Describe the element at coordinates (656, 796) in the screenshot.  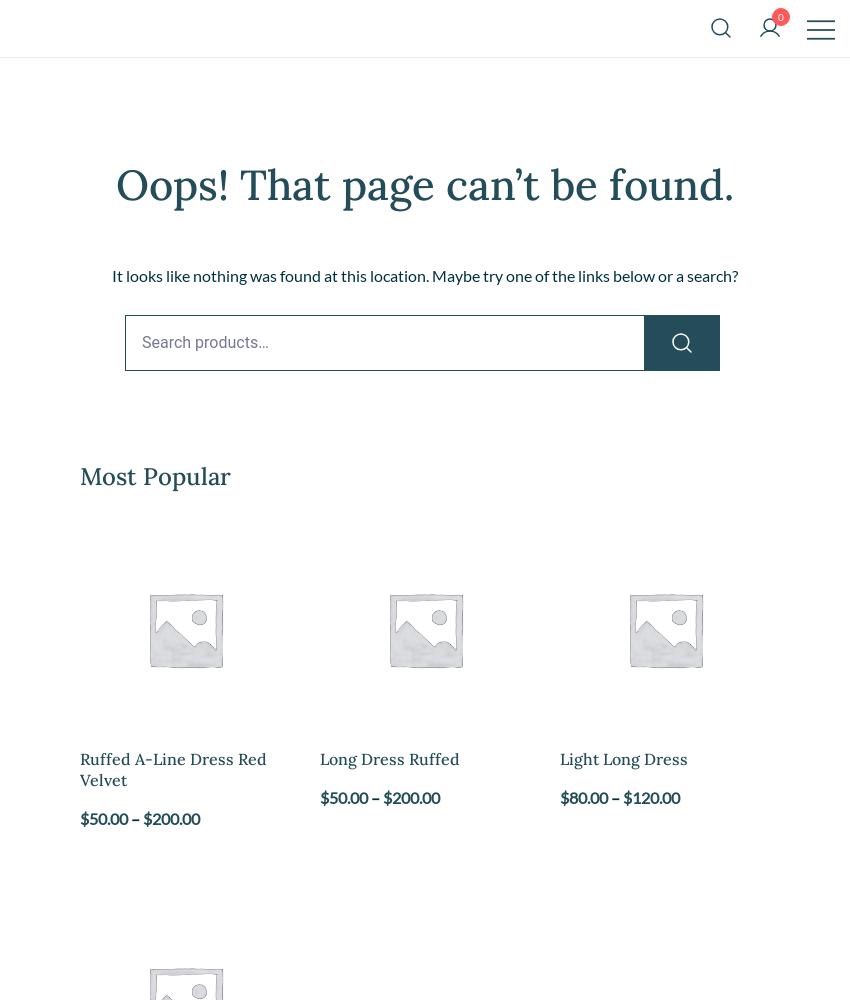
I see `'120.00'` at that location.